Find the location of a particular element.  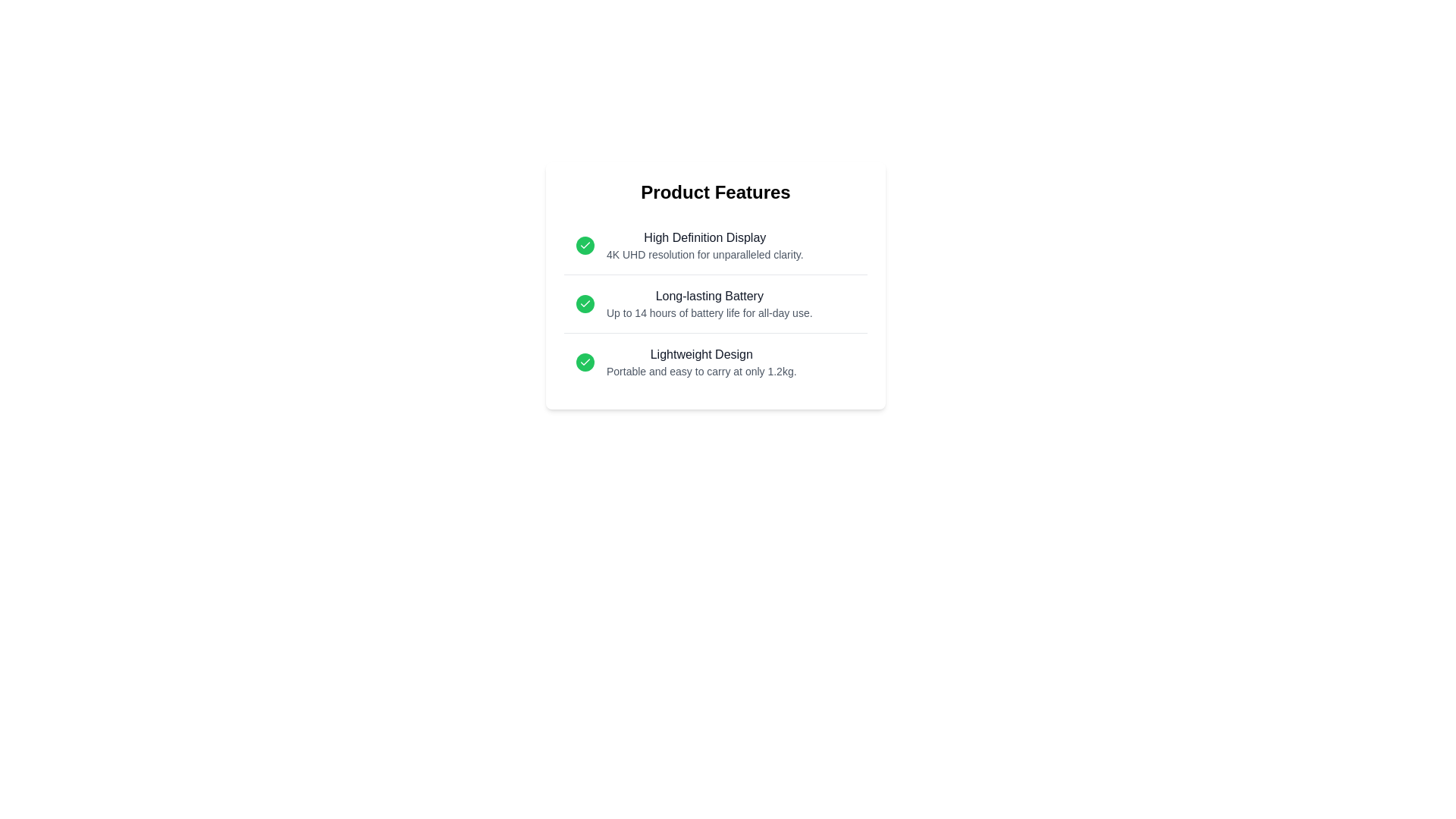

the checkmark icon for the feature Long-lasting Battery is located at coordinates (585, 304).